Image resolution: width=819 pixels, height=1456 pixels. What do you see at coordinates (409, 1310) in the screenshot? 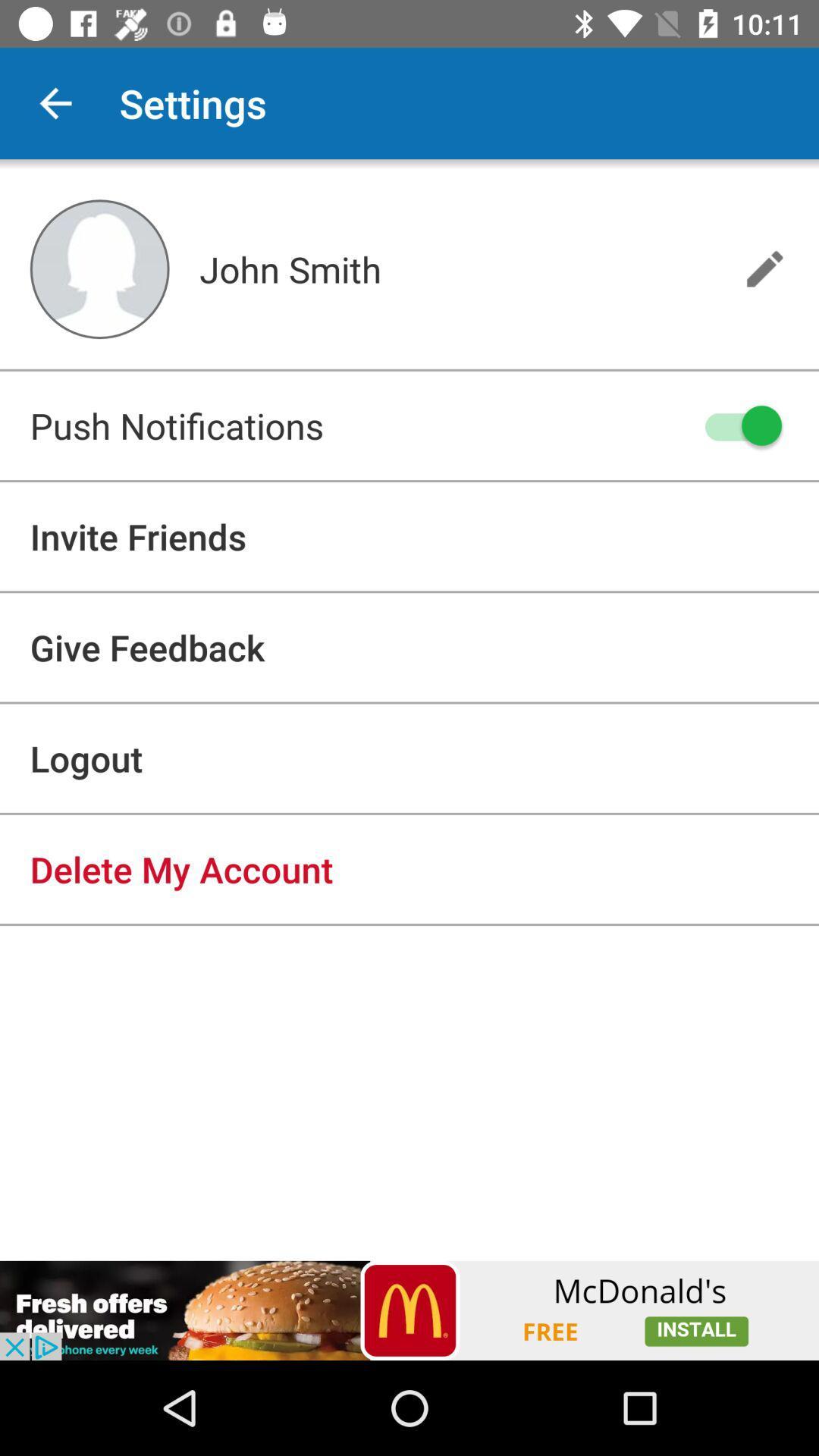
I see `click on advertisement` at bounding box center [409, 1310].